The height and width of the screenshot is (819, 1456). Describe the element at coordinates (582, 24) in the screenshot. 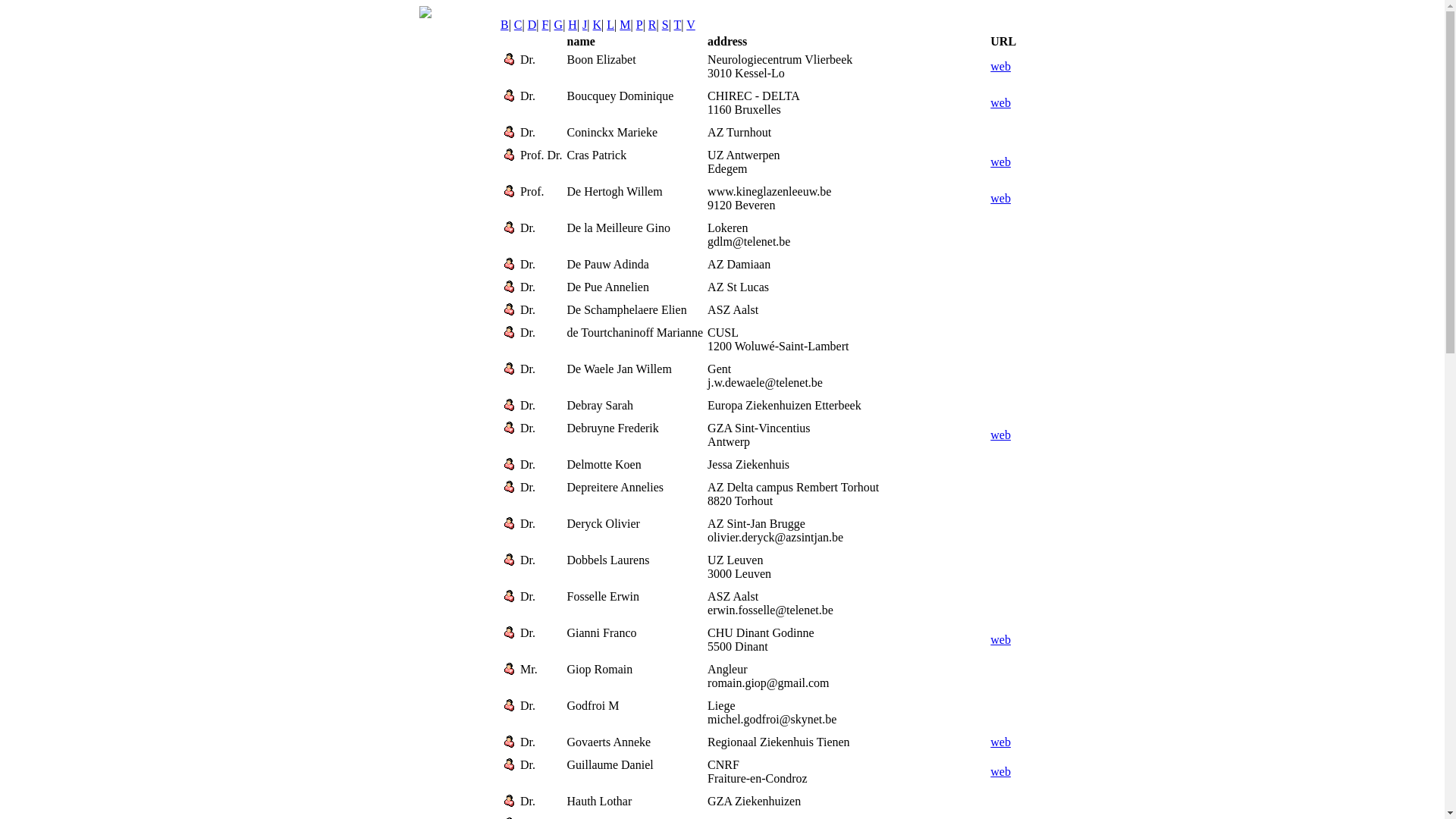

I see `'J'` at that location.